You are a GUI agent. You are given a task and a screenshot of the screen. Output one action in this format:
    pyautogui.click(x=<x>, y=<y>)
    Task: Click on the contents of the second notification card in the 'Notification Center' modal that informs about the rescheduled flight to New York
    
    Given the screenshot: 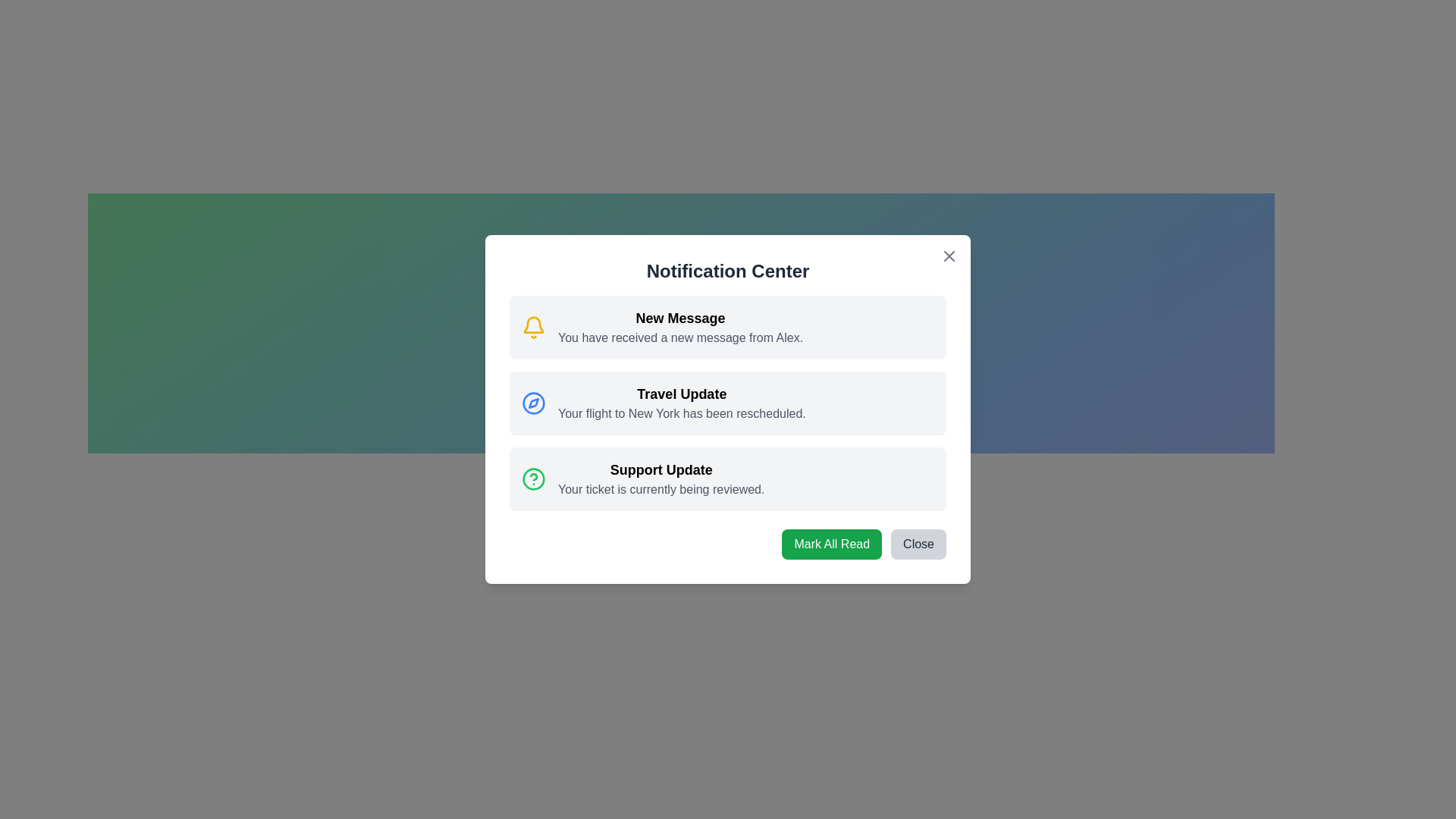 What is the action you would take?
    pyautogui.click(x=681, y=403)
    